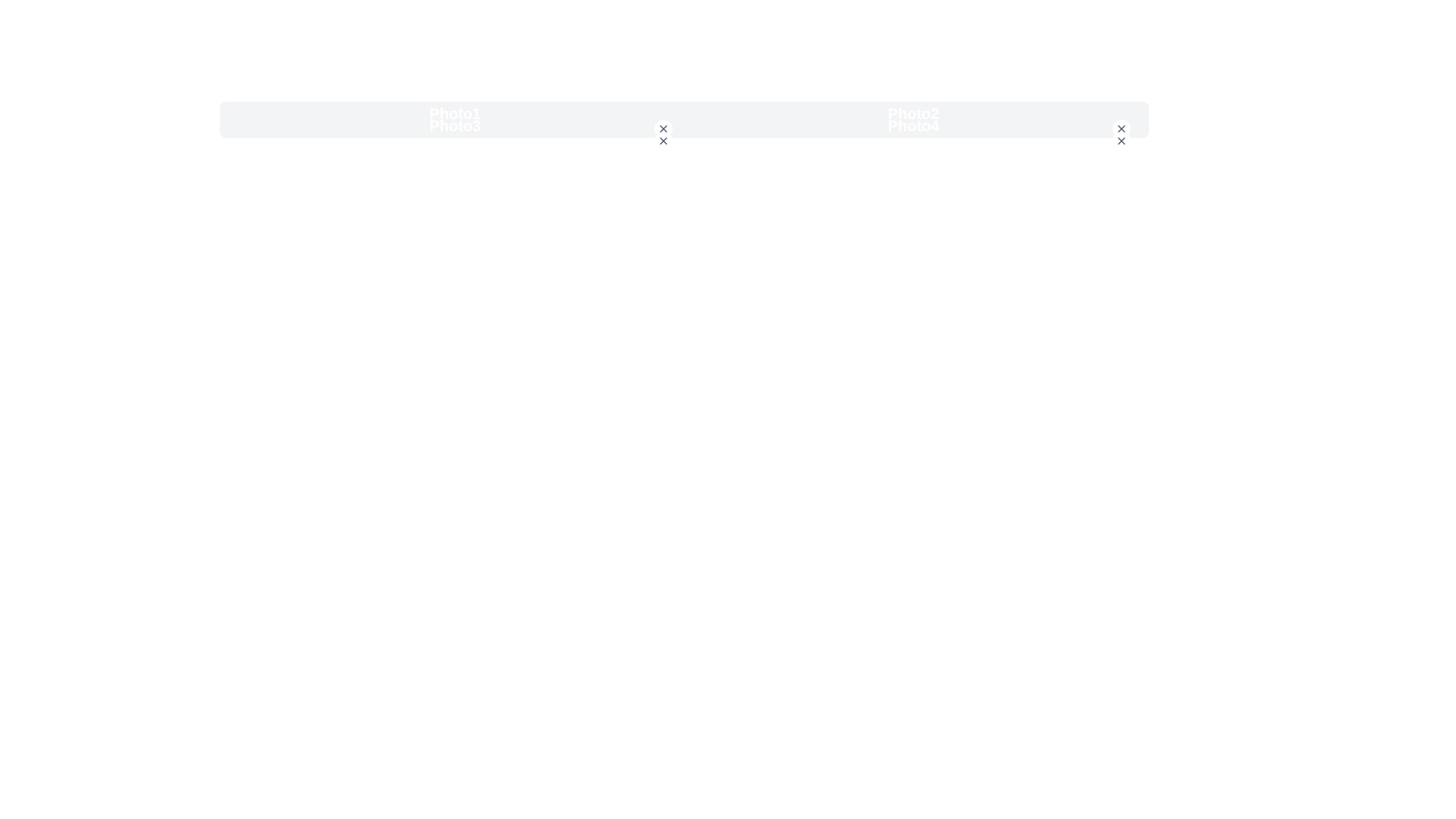 The image size is (1456, 819). What do you see at coordinates (1121, 140) in the screenshot?
I see `the close icon located within the circular button in the top-right quadrant of the interface, near the 'Photo2 Photo4' list item` at bounding box center [1121, 140].